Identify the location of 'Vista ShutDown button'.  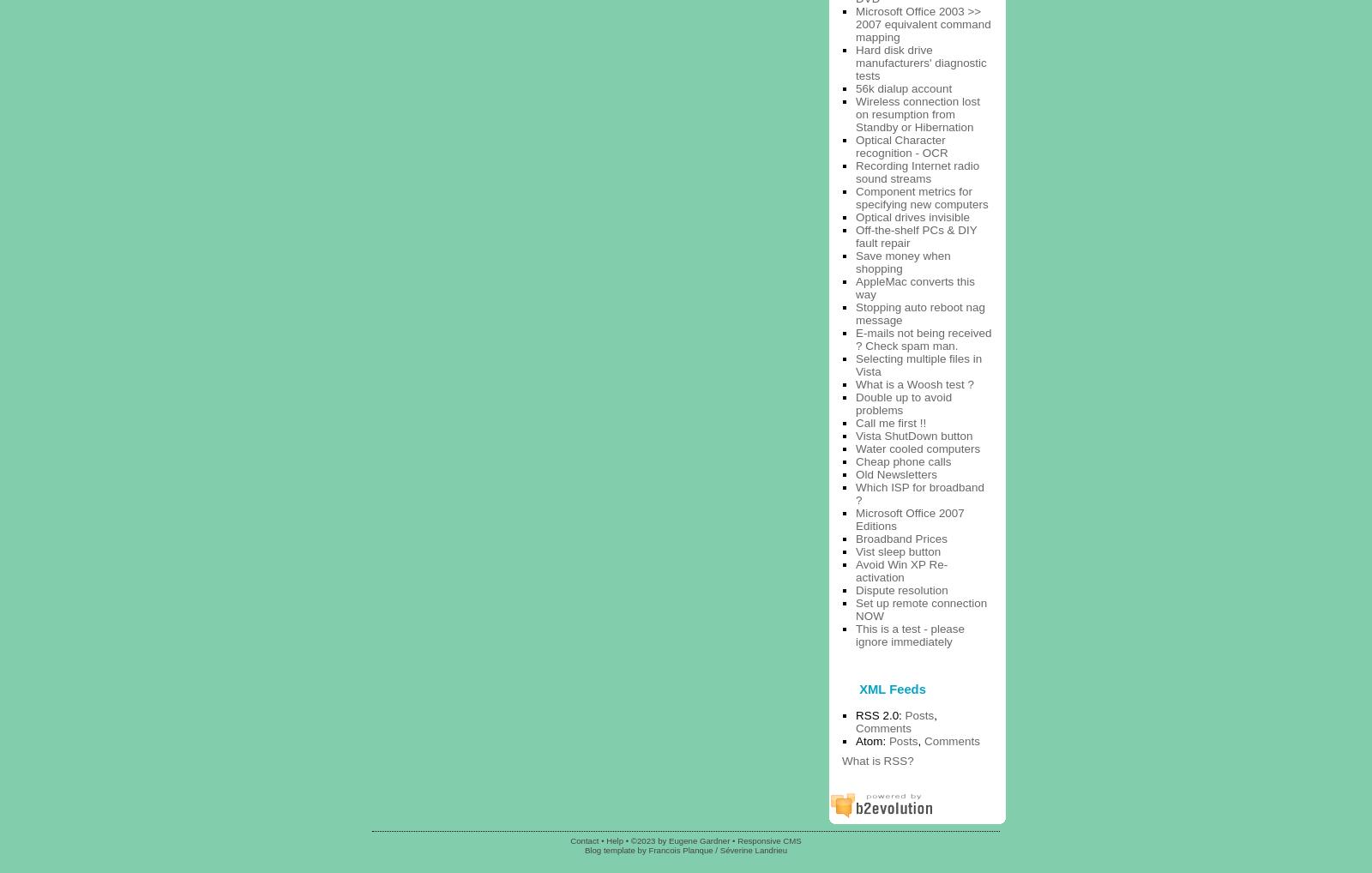
(914, 435).